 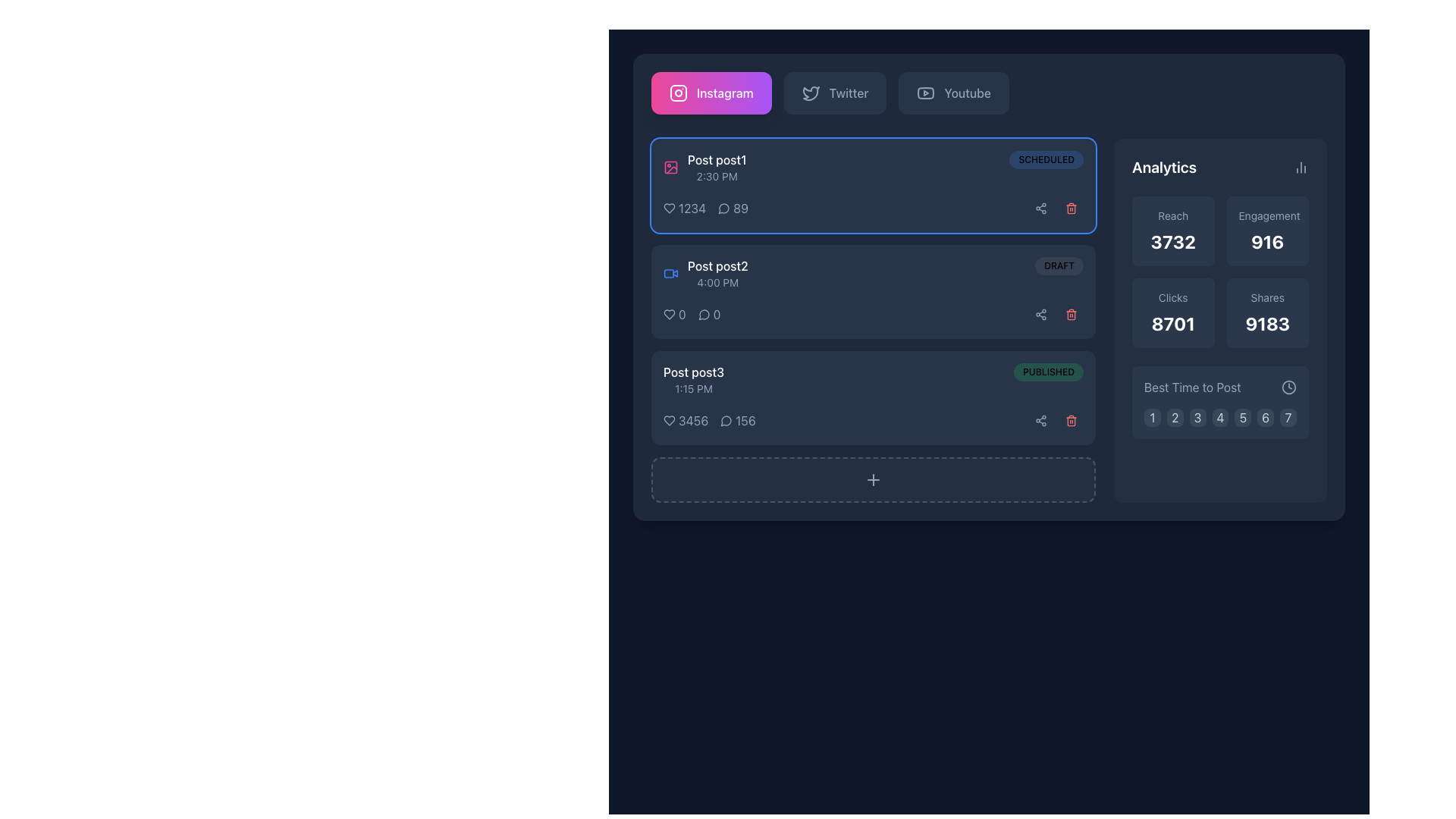 I want to click on the 'Engagement' metric value displayed on the informational card located in the 'Analytics' section, specifically the number '916', so click(x=1267, y=231).